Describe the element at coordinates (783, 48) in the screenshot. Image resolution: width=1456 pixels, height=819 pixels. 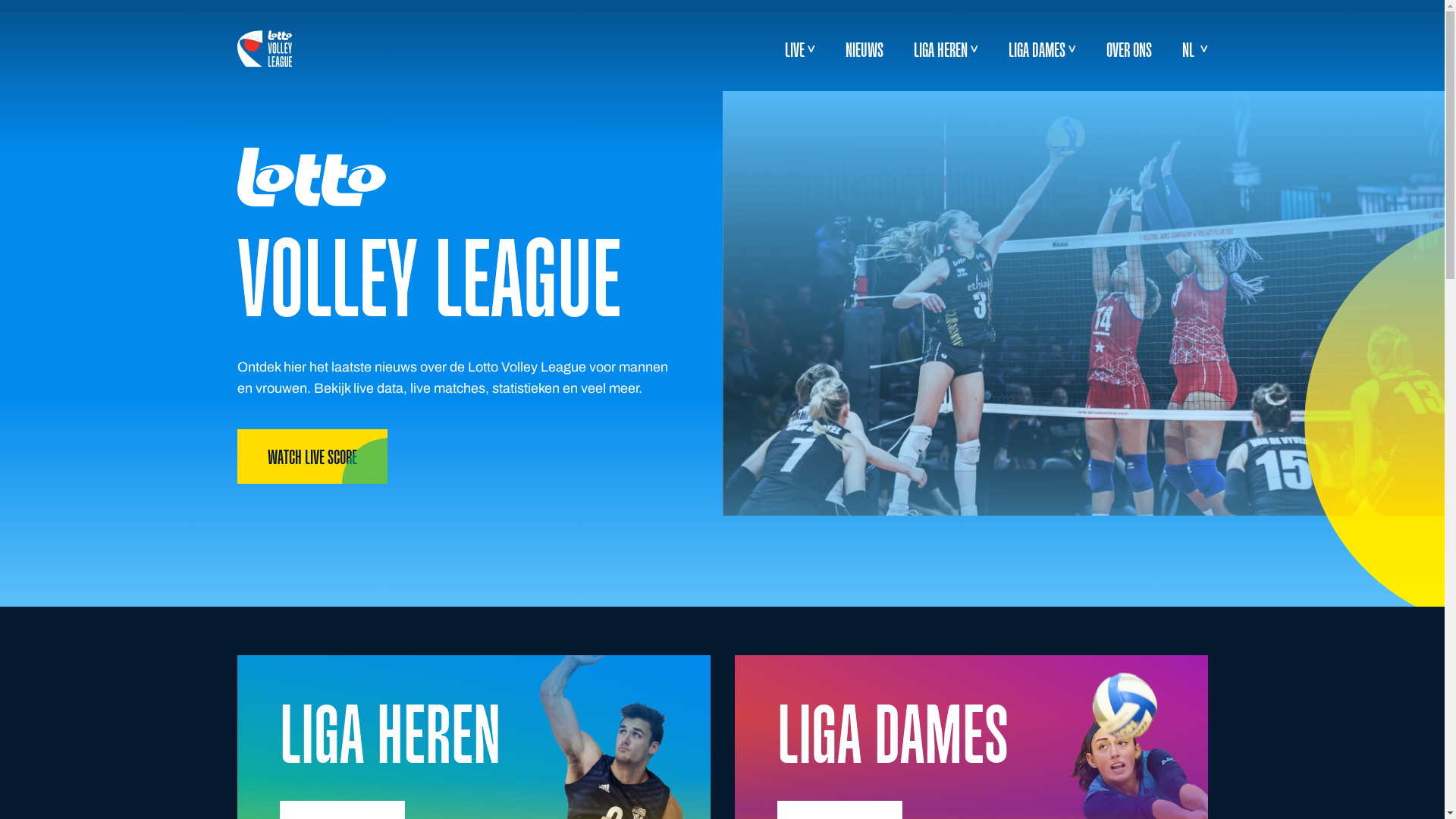
I see `'LIVE'` at that location.